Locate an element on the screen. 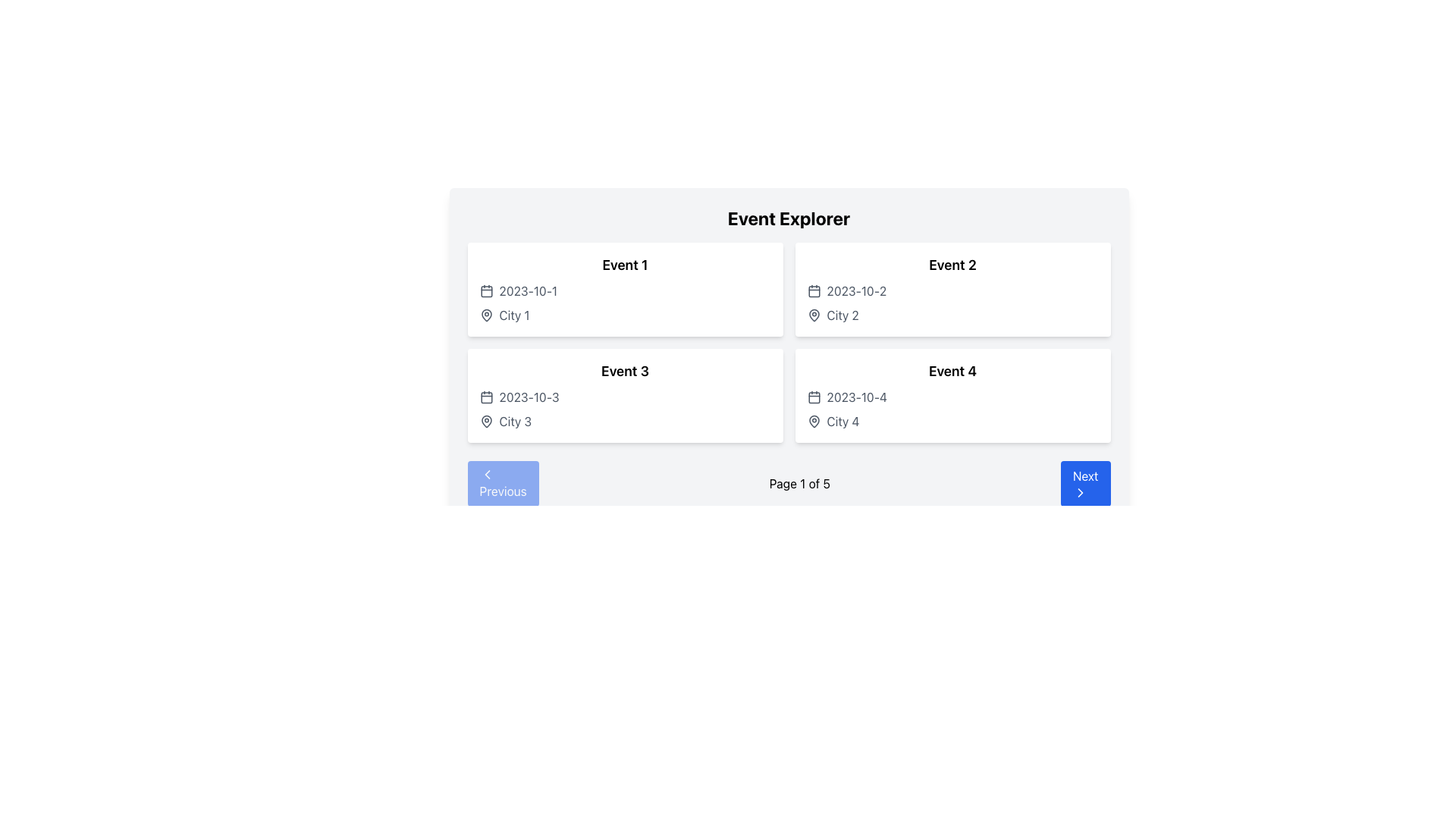 The height and width of the screenshot is (819, 1456). SVG Shape that forms the main body of the calendar icon next to the date '2023-10-2' in the upper right block of the 'Event Explorer' interface is located at coordinates (813, 291).